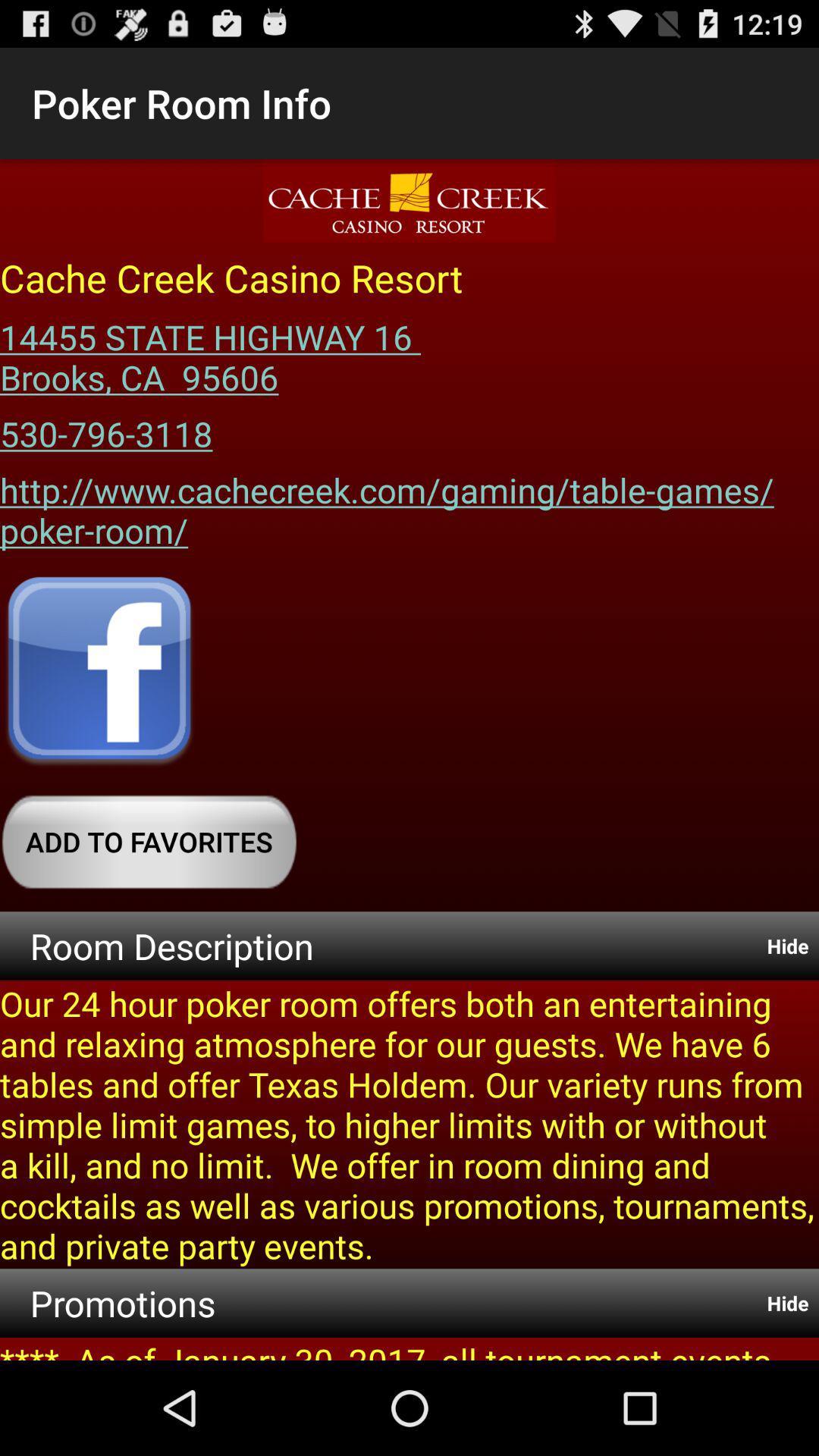 Image resolution: width=819 pixels, height=1456 pixels. What do you see at coordinates (99, 672) in the screenshot?
I see `facebook page` at bounding box center [99, 672].